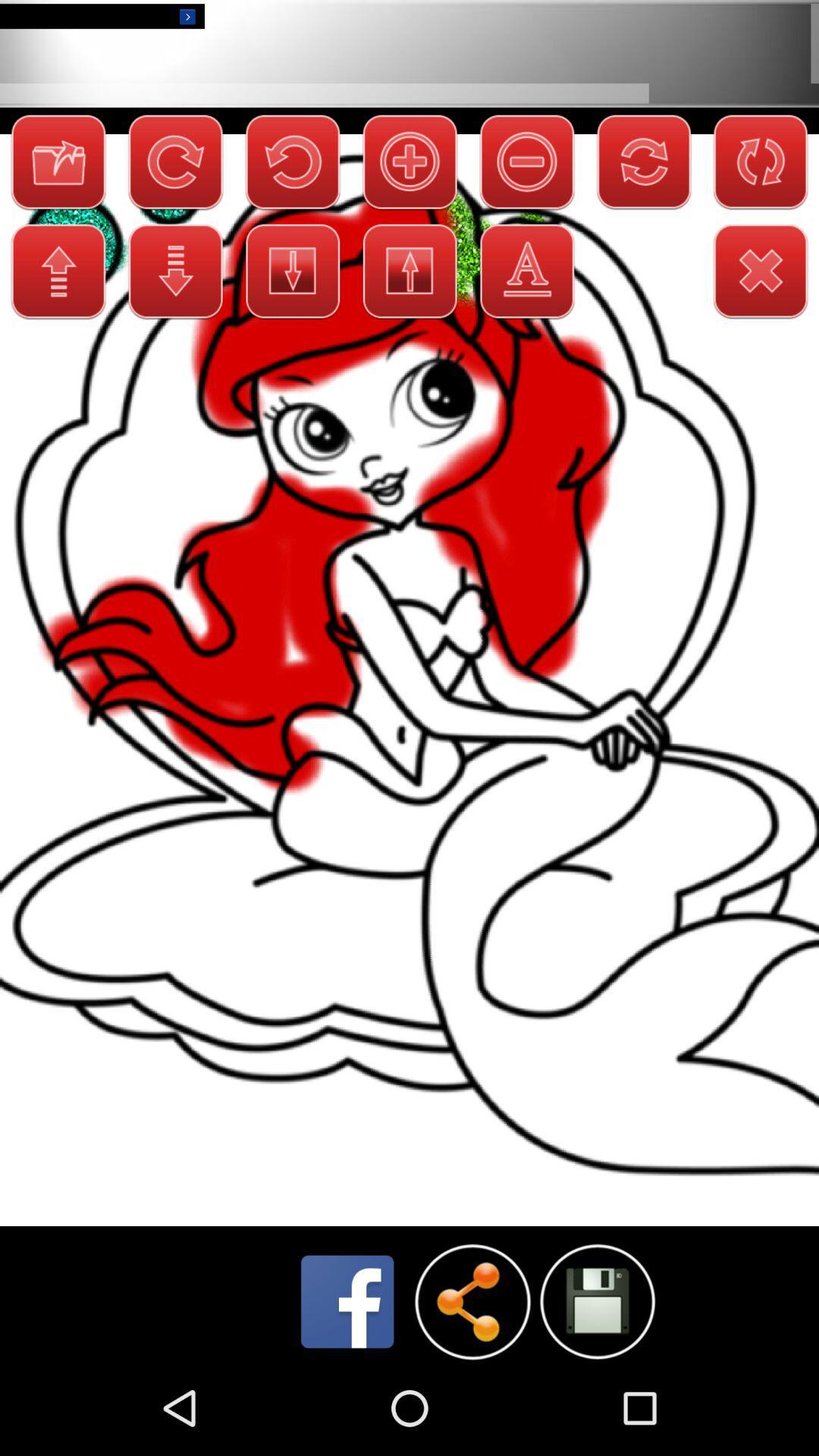 This screenshot has width=819, height=1456. I want to click on image, so click(596, 1301).